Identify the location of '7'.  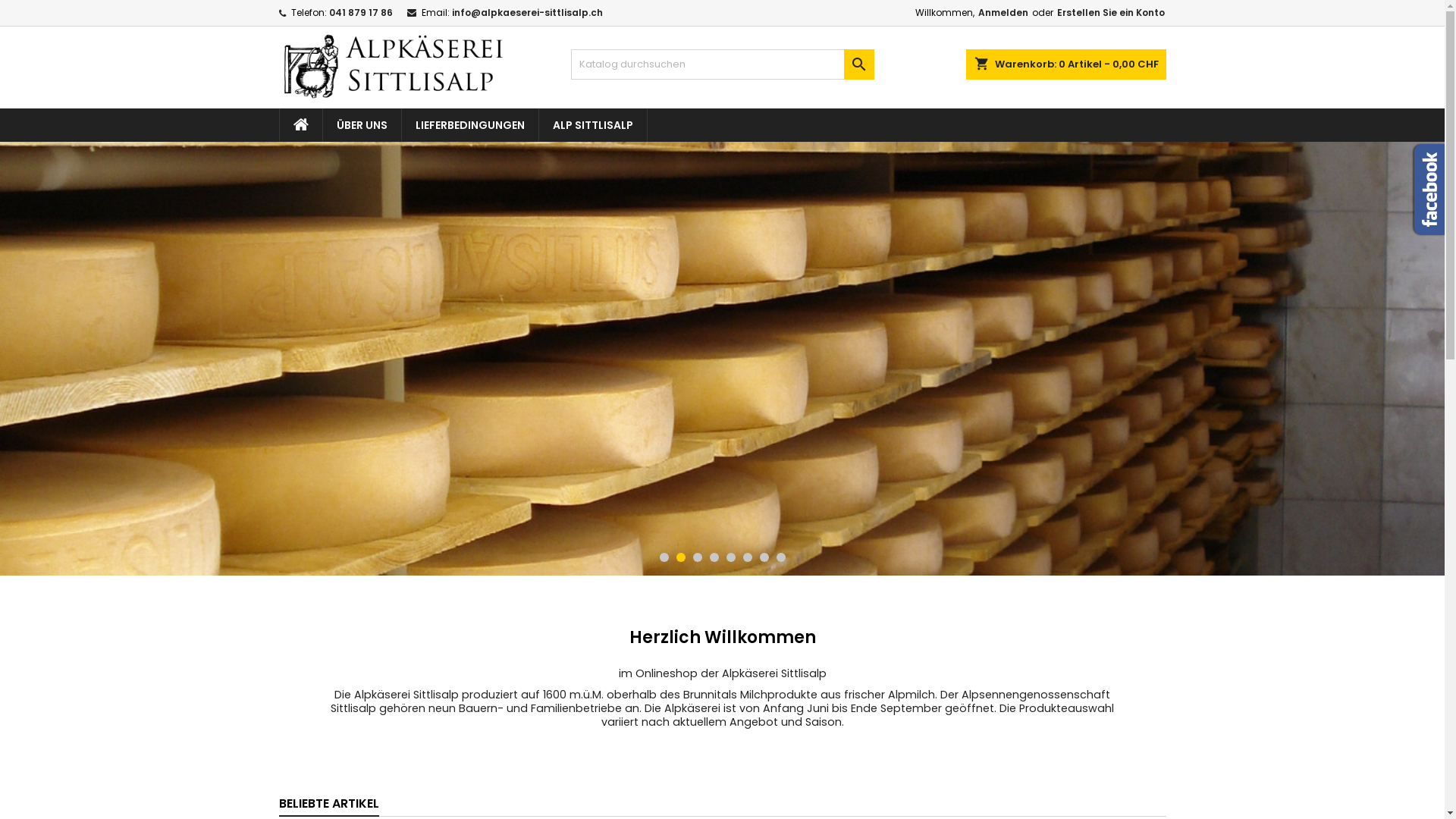
(764, 557).